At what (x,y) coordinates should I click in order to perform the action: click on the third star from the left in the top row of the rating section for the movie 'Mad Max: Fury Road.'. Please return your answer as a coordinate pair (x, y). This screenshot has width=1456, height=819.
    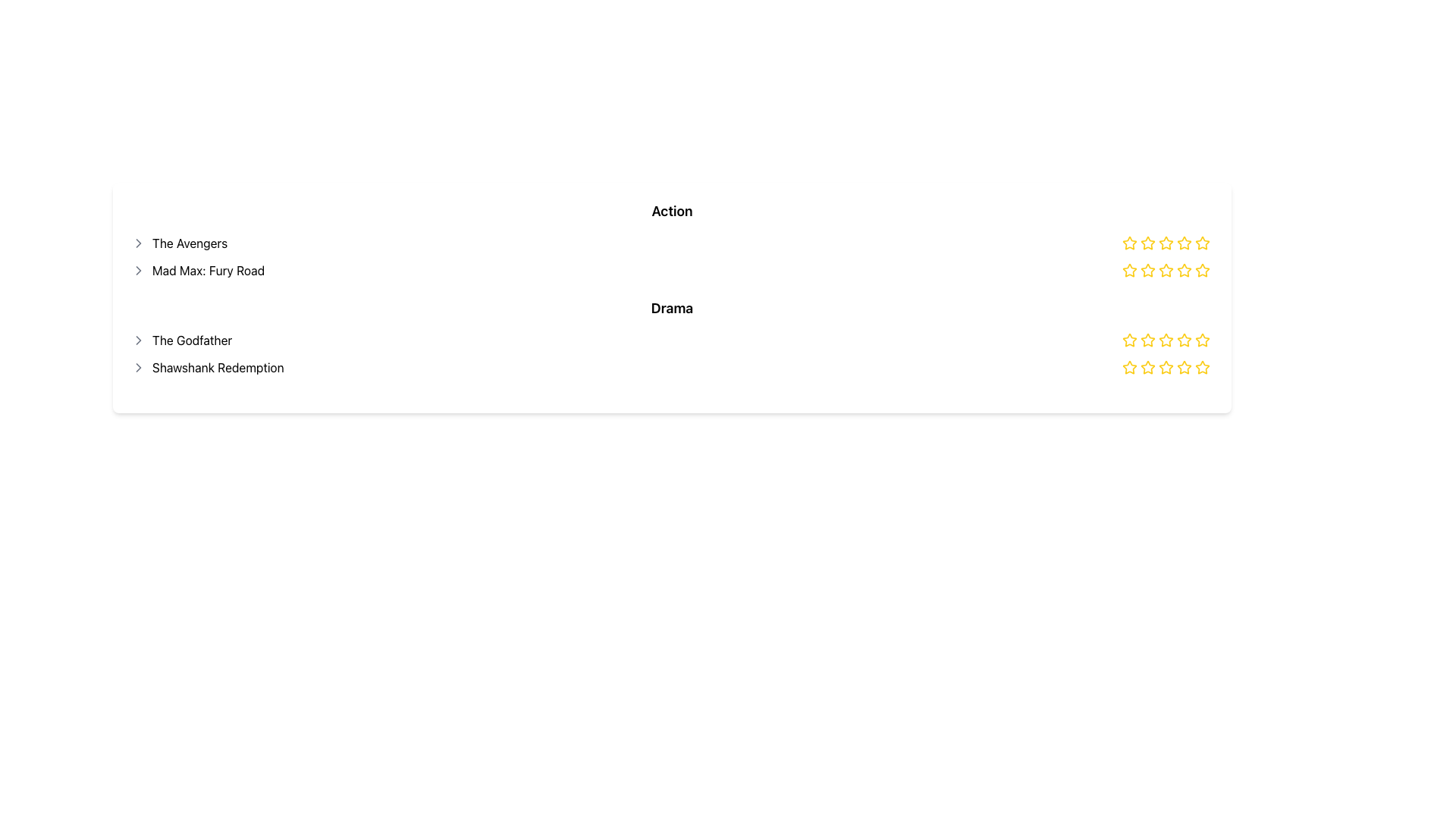
    Looking at the image, I should click on (1165, 269).